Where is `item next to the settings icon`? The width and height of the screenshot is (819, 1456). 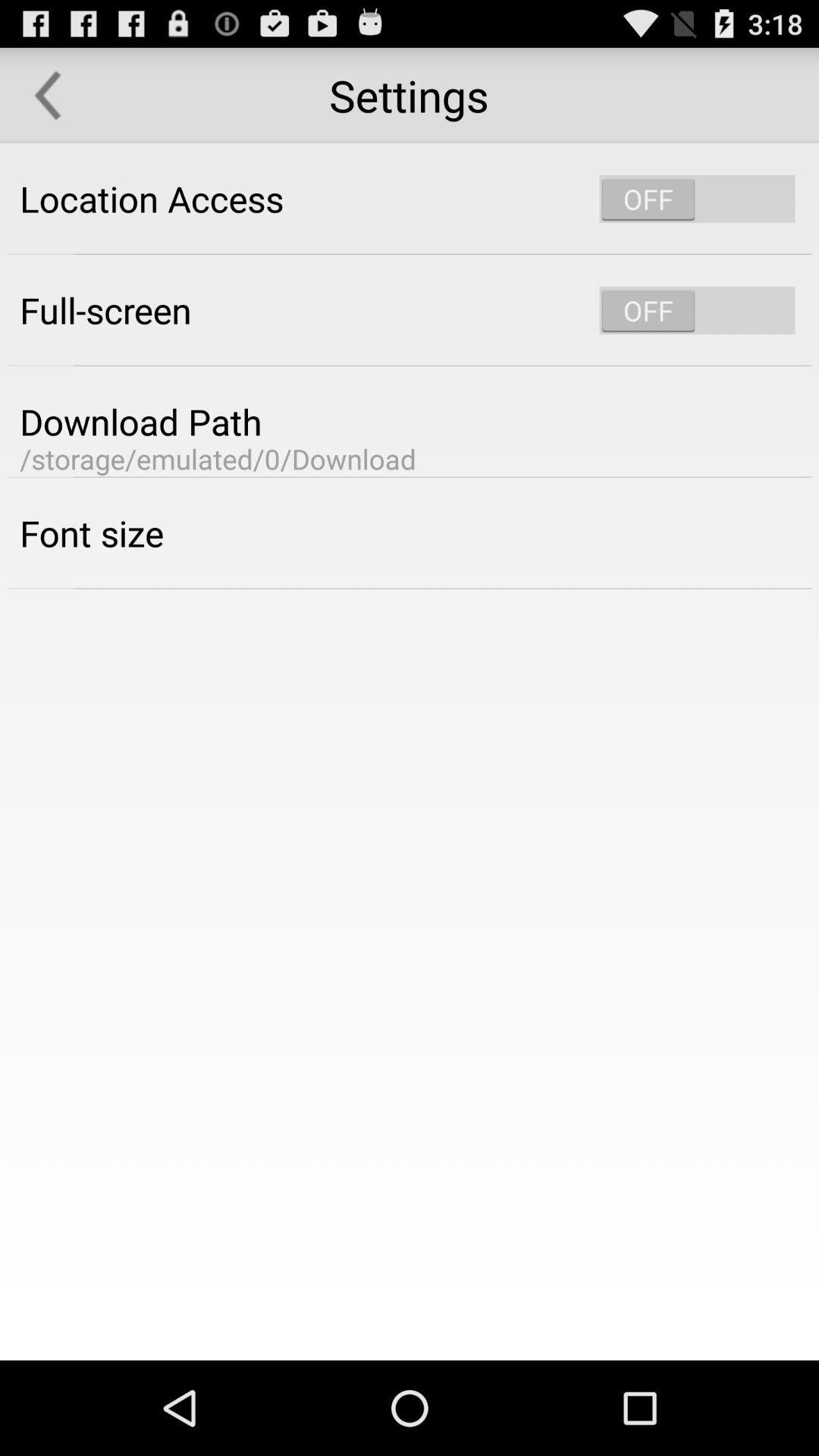
item next to the settings icon is located at coordinates (46, 94).